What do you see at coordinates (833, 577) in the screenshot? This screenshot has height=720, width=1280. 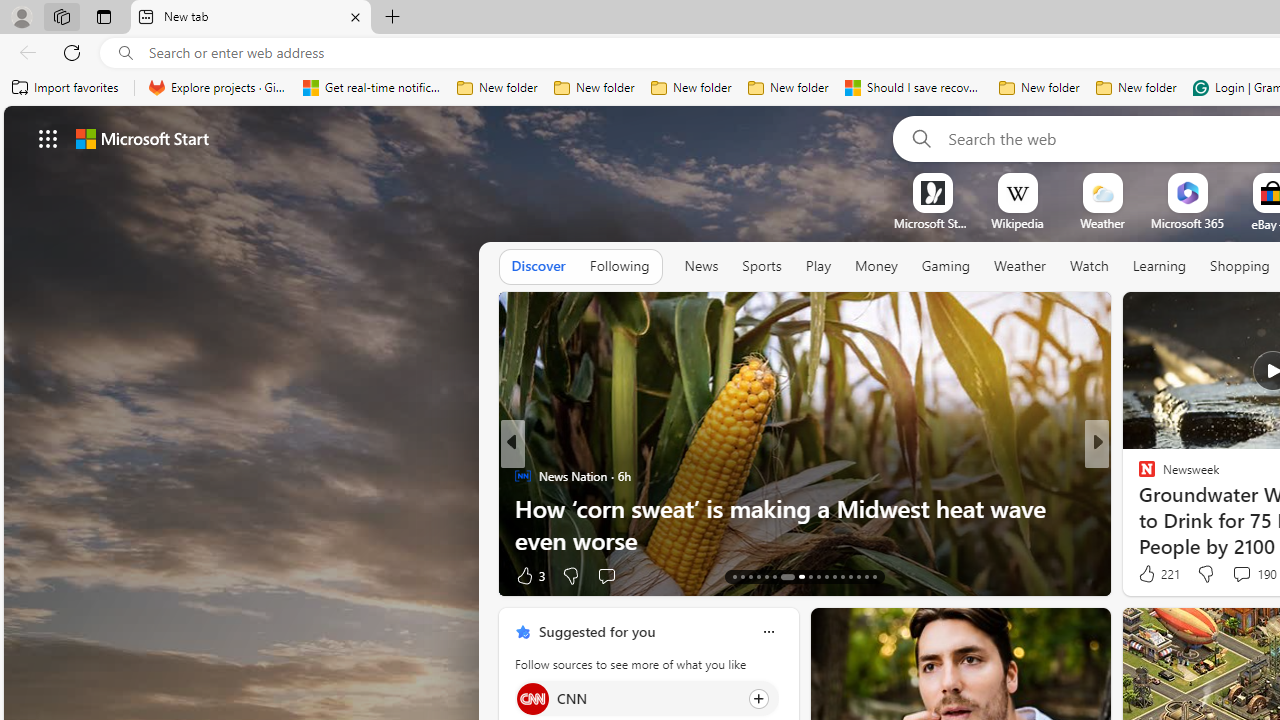 I see `'AutomationID: tab-24'` at bounding box center [833, 577].